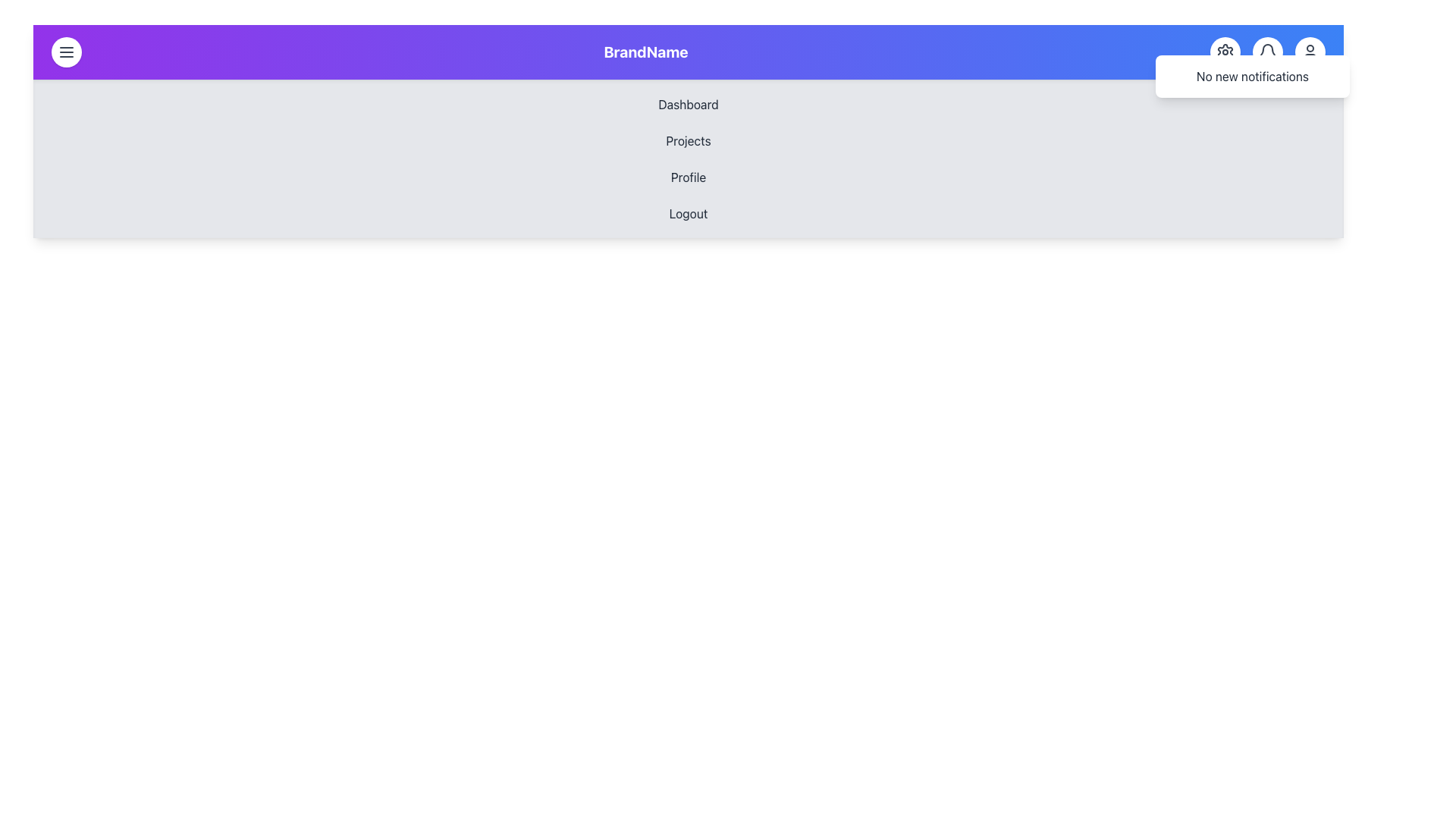  Describe the element at coordinates (687, 177) in the screenshot. I see `the 'Profile' button-like menu item, which is the third item in a vertical list` at that location.